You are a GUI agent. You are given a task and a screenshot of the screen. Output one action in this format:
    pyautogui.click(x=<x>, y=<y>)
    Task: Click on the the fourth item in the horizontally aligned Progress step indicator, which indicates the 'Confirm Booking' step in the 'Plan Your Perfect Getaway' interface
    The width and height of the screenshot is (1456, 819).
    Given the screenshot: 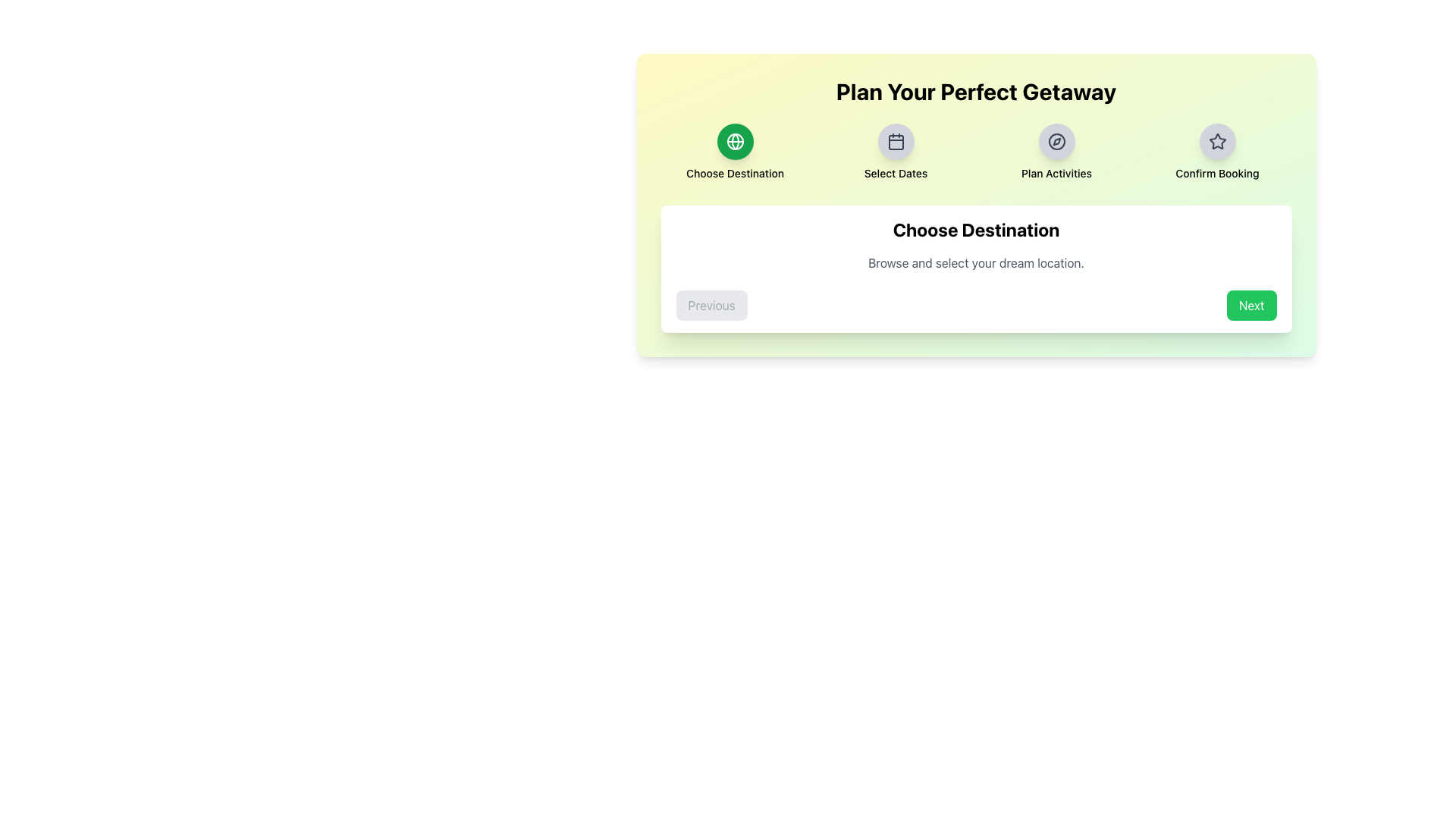 What is the action you would take?
    pyautogui.click(x=1217, y=152)
    